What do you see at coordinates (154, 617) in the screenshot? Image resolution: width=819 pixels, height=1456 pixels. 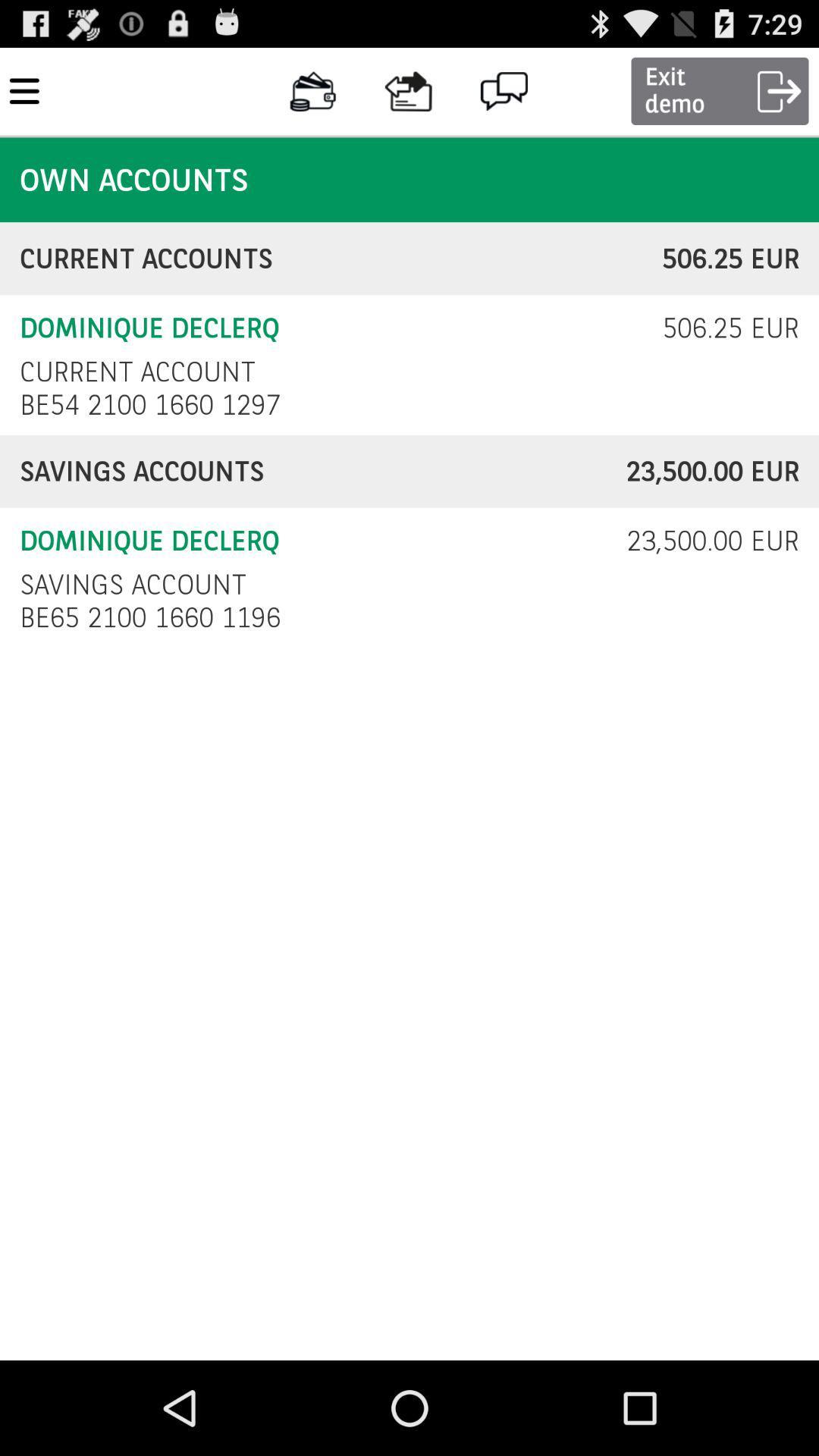 I see `the checkbox below the savings account checkbox` at bounding box center [154, 617].